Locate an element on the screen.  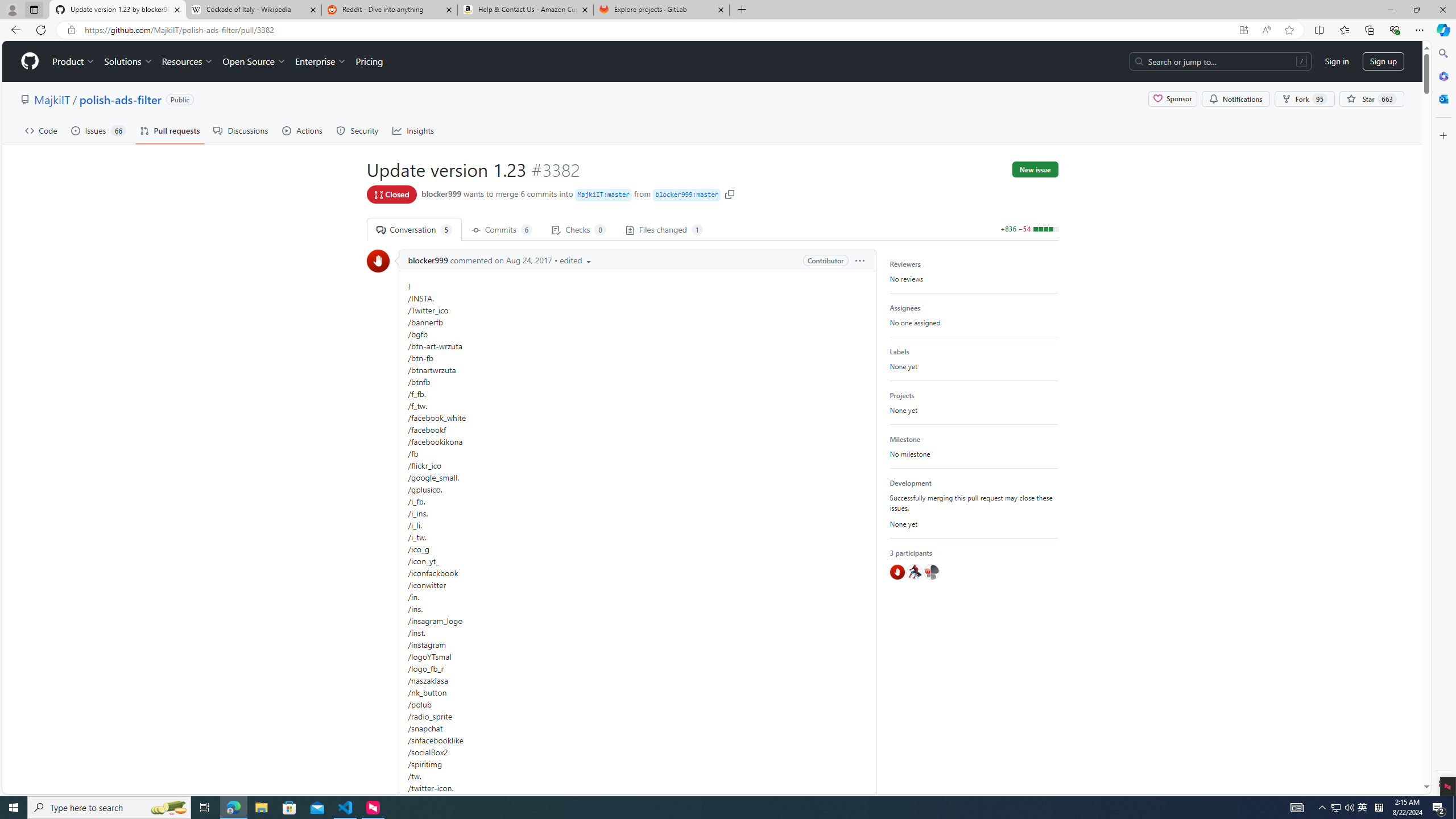
'Open Source' is located at coordinates (255, 61).